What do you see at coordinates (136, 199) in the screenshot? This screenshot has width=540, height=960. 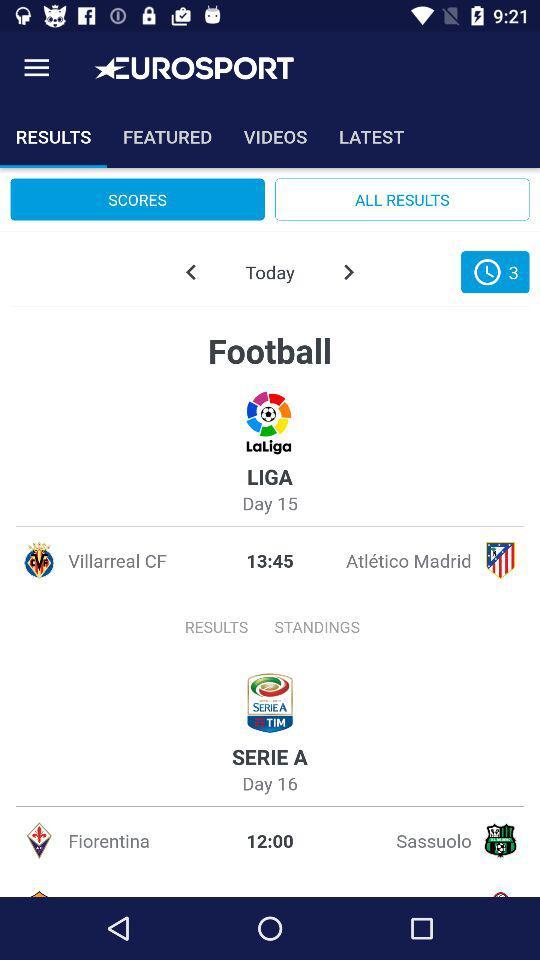 I see `item to the left of the all results` at bounding box center [136, 199].